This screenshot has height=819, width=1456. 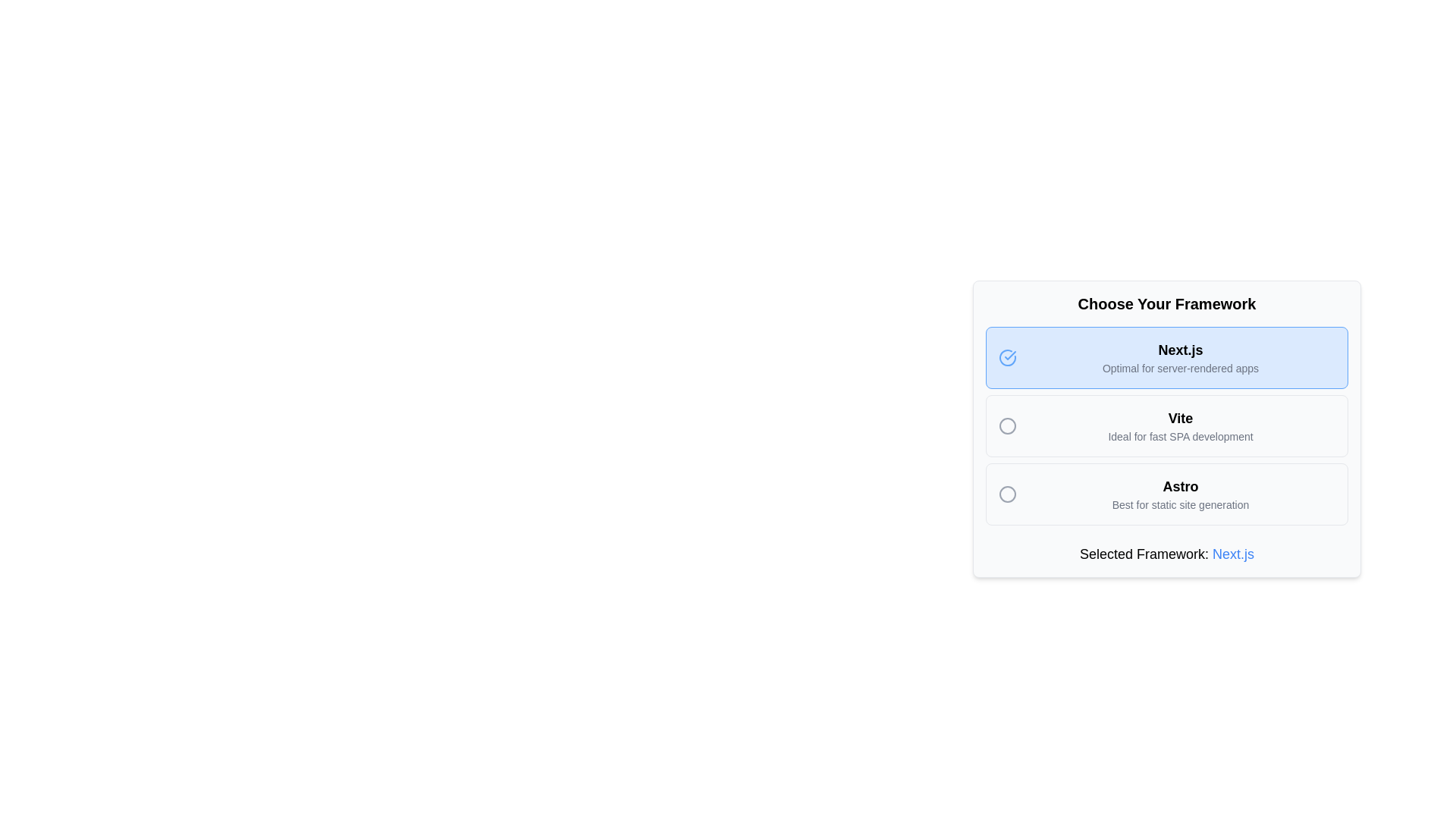 I want to click on text description element displaying 'Best for static site generation' located beneath the 'Astro' option in the framework selection interface, so click(x=1179, y=505).